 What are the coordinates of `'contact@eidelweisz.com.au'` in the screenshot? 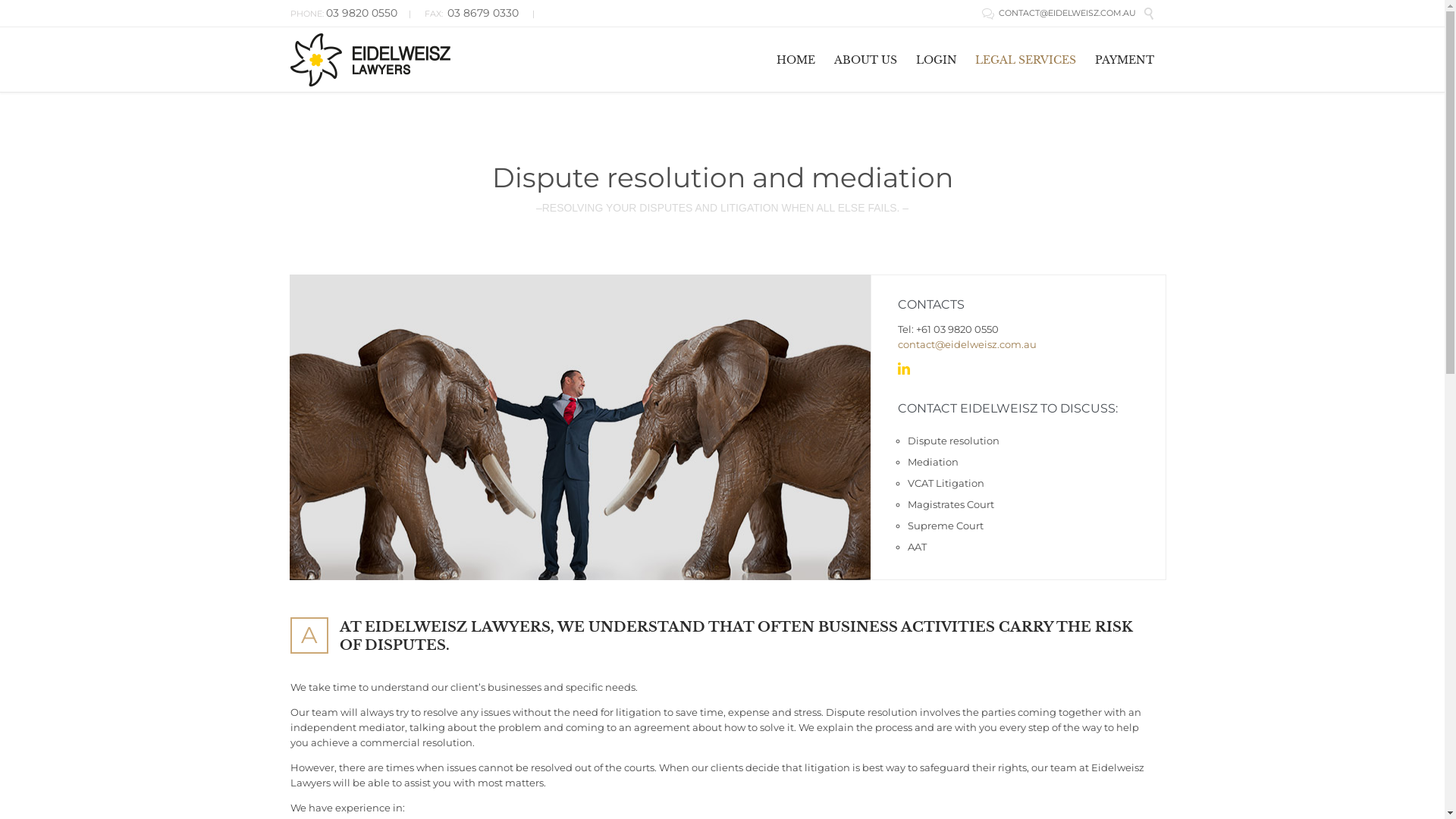 It's located at (898, 344).